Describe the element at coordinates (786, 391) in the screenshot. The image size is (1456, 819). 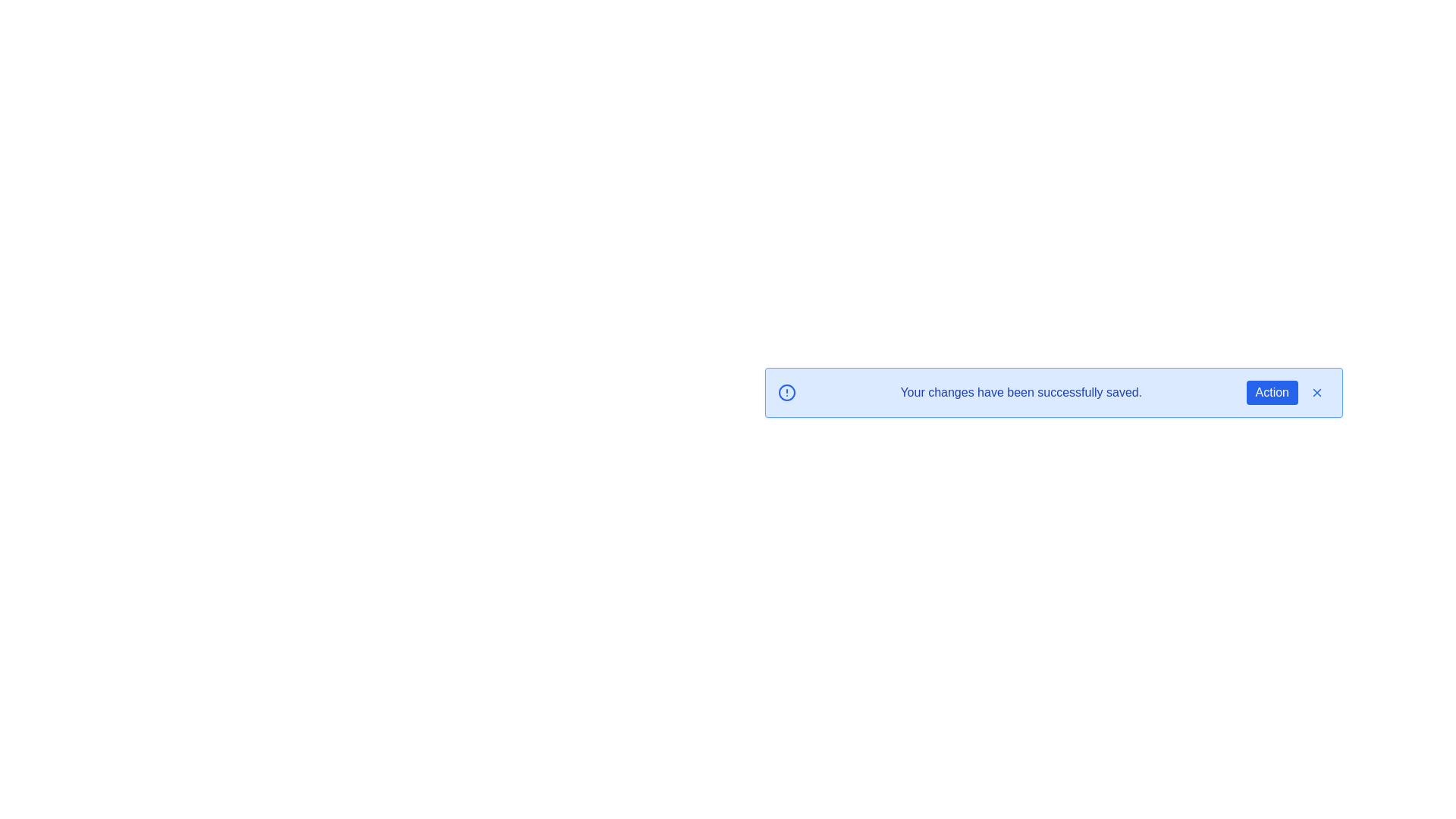
I see `the alert type icon to interact with it` at that location.